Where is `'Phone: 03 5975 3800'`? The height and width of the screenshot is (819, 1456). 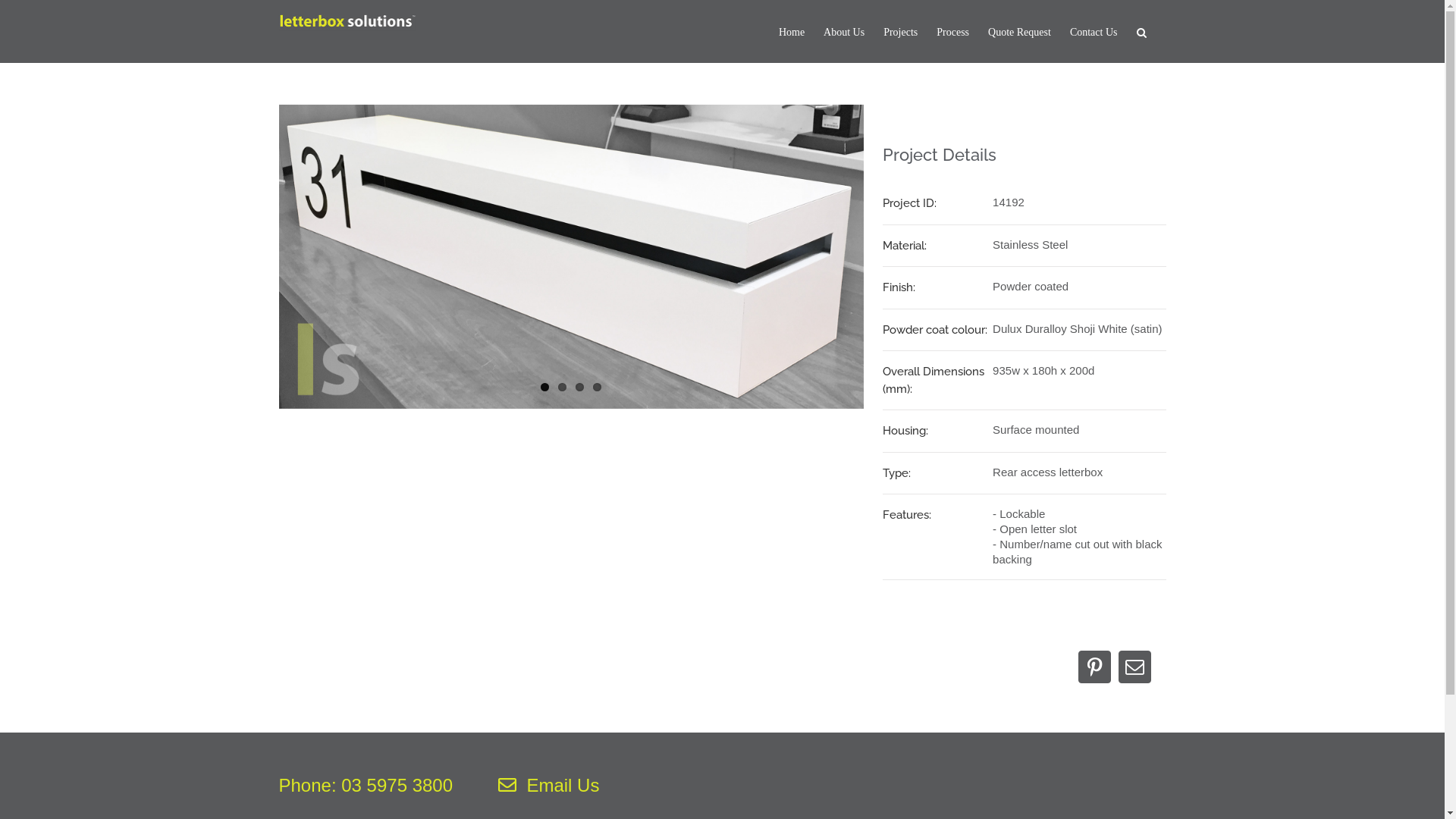
'Phone: 03 5975 3800' is located at coordinates (279, 785).